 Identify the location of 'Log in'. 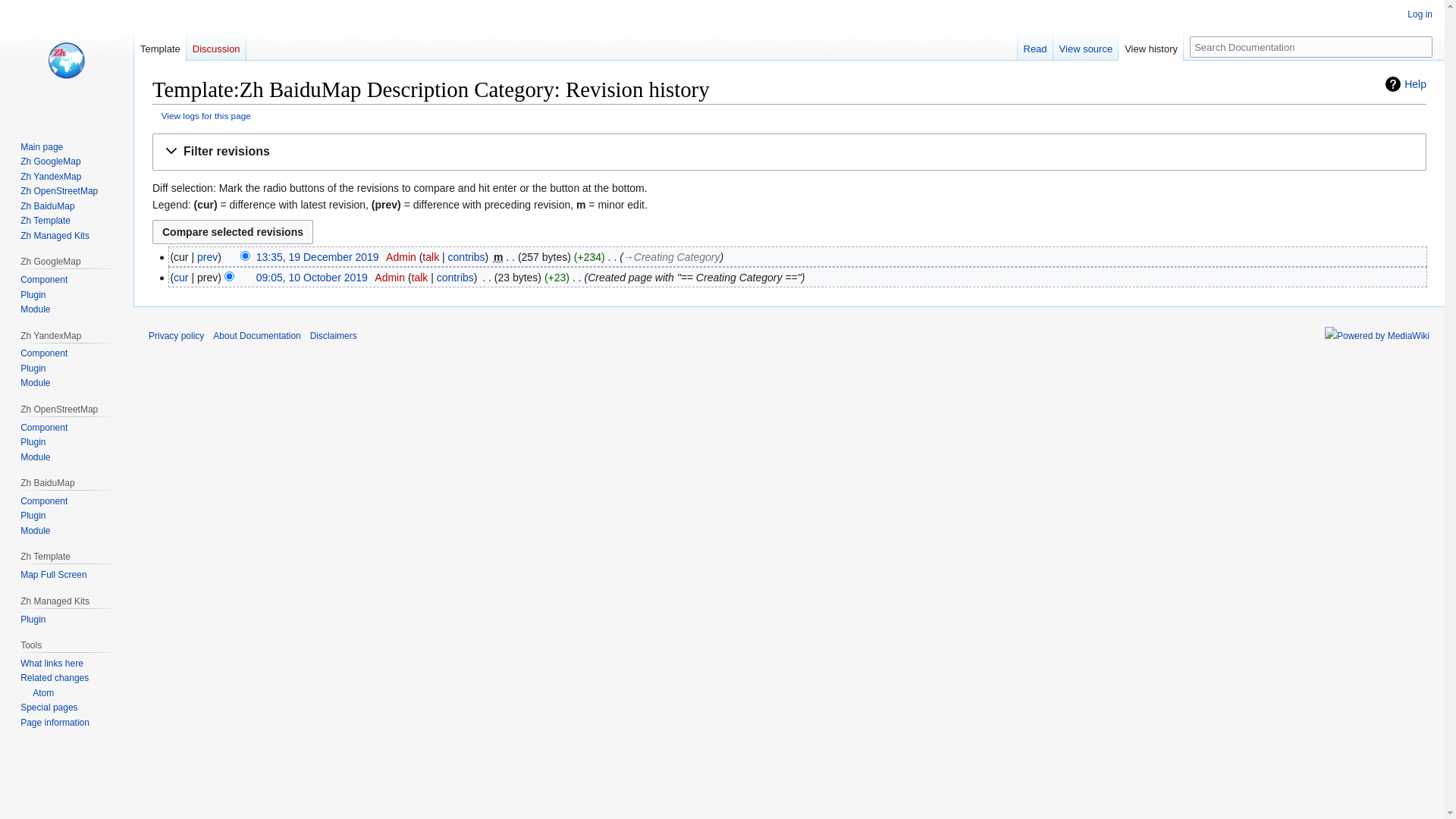
(1407, 14).